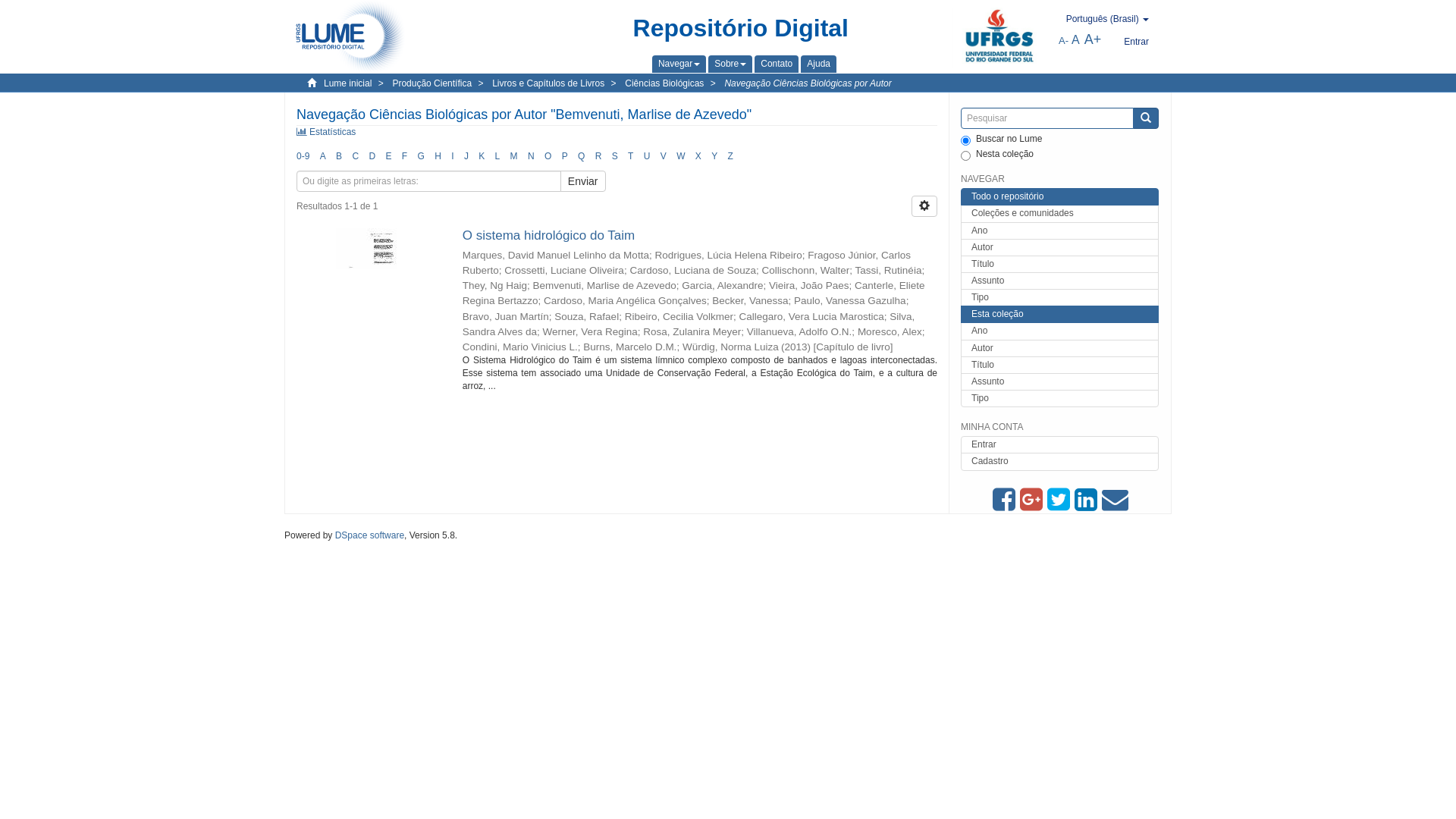 The width and height of the screenshot is (1456, 819). What do you see at coordinates (547, 155) in the screenshot?
I see `'O'` at bounding box center [547, 155].